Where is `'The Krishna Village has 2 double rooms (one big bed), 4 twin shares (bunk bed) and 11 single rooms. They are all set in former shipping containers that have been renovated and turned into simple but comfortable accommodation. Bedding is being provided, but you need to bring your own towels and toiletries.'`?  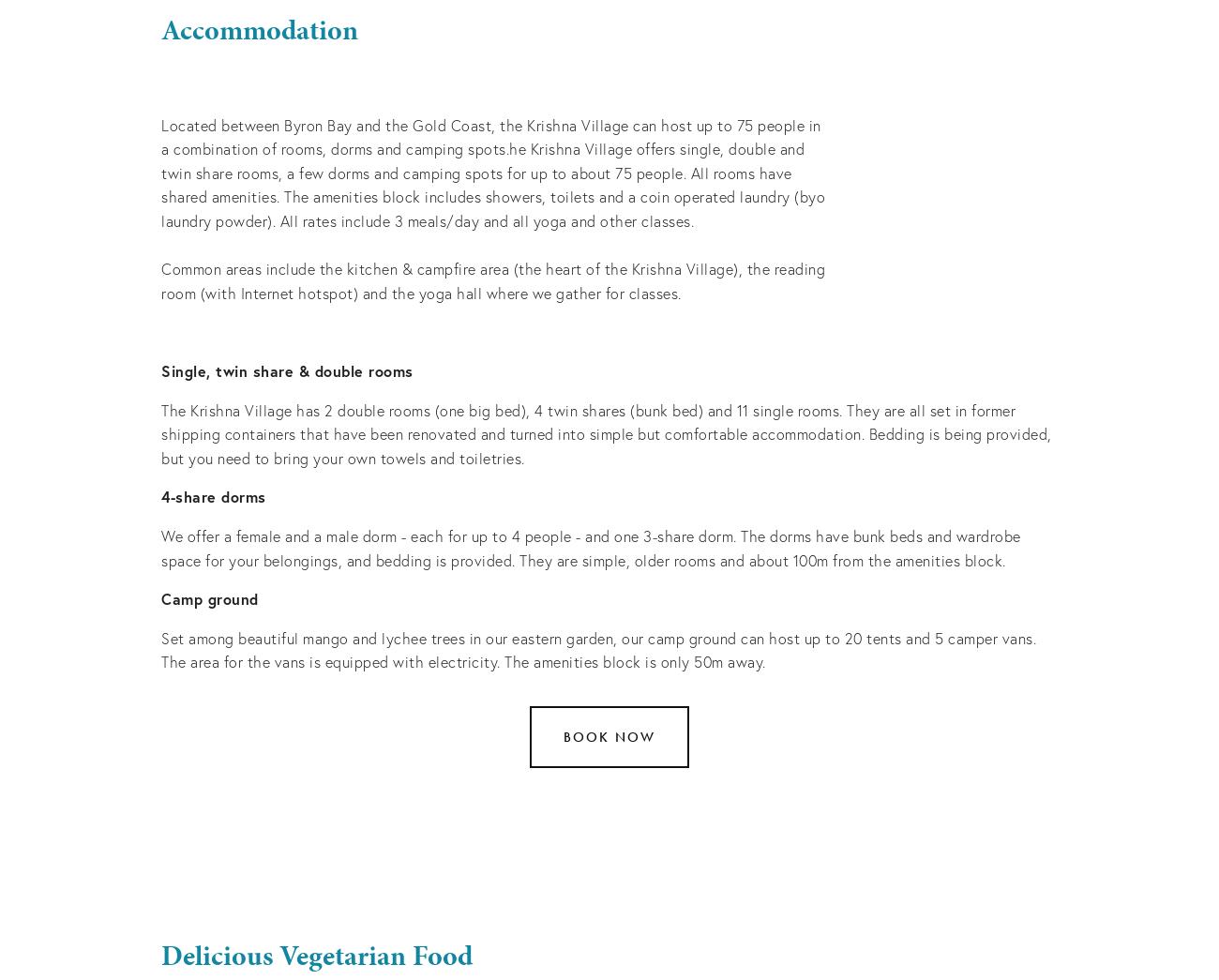
'The Krishna Village has 2 double rooms (one big bed), 4 twin shares (bunk bed) and 11 single rooms. They are all set in former shipping containers that have been renovated and turned into simple but comfortable accommodation. Bedding is being provided, but you need to bring your own towels and toiletries.' is located at coordinates (608, 432).